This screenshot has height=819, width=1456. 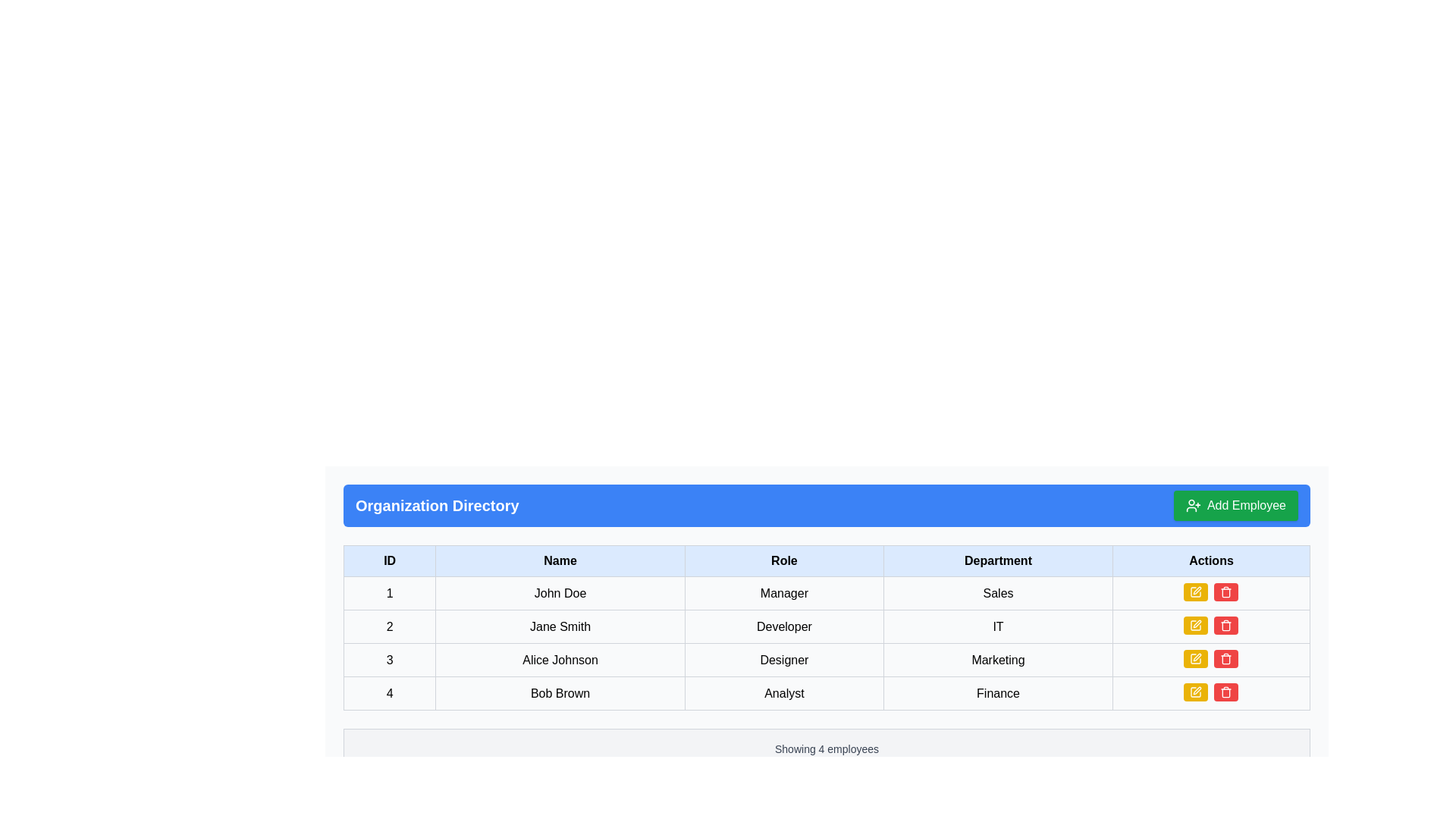 I want to click on the static text cell that represents the department designation for the employee in the first row of the data table, located in the fourth column, adjacent to the 'Manager' cell on the left and an action-button cell on the right, so click(x=998, y=592).